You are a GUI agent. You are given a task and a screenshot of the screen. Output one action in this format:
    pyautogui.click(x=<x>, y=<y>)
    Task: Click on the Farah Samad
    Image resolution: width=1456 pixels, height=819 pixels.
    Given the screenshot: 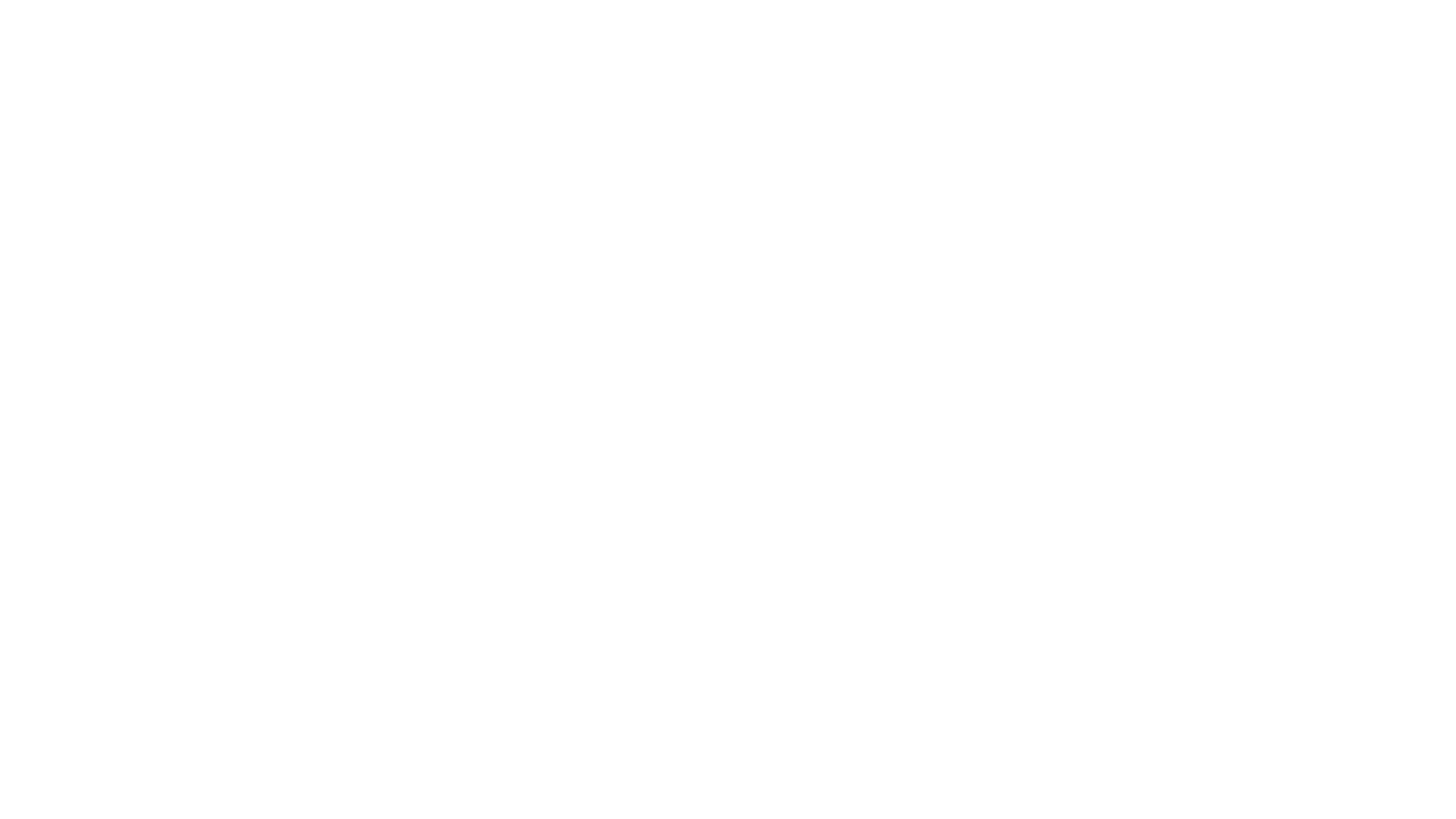 What is the action you would take?
    pyautogui.click(x=635, y=197)
    